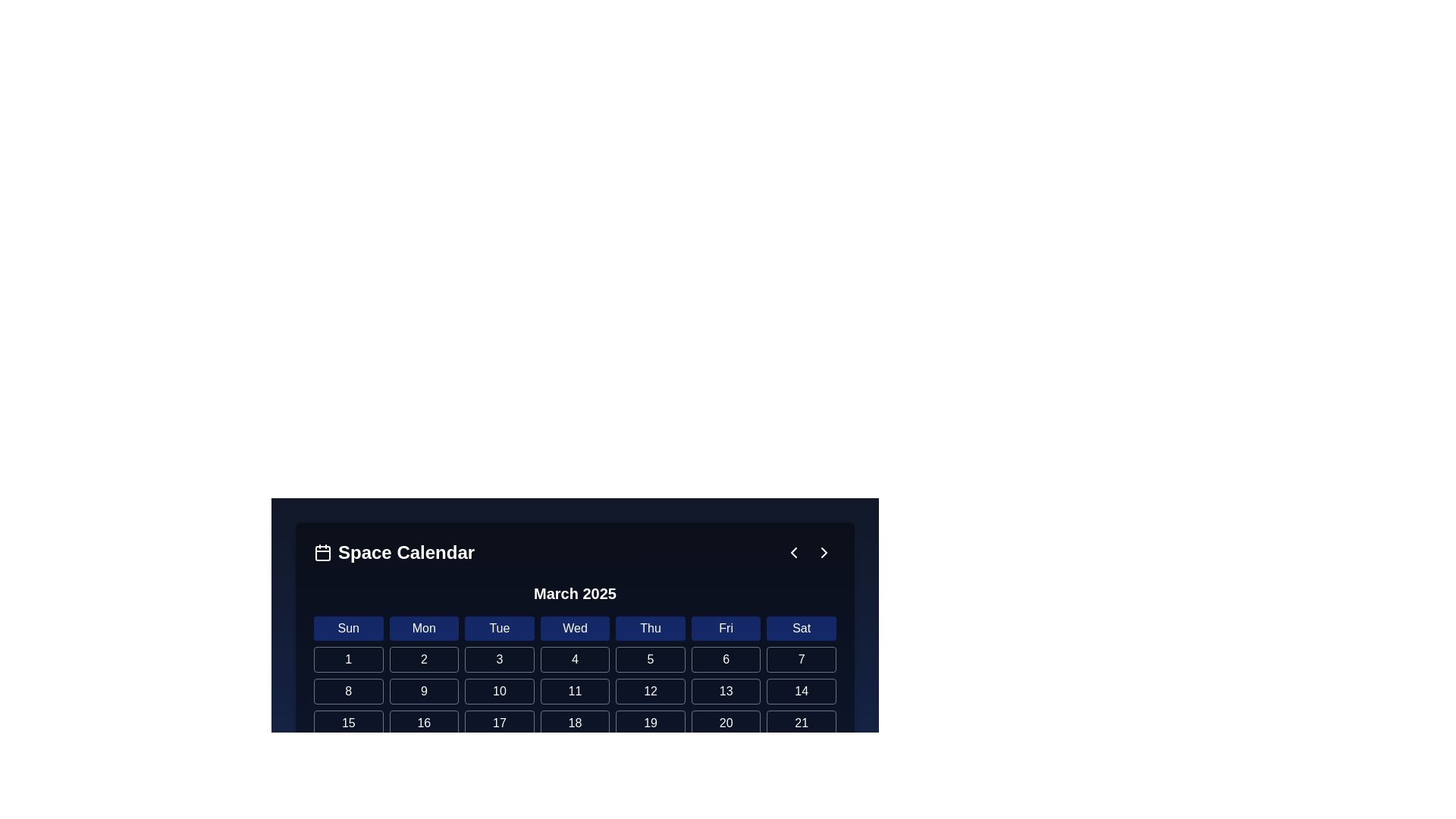 The height and width of the screenshot is (819, 1456). Describe the element at coordinates (574, 691) in the screenshot. I see `the text label representing the date March 11th, 2025 in the calendar view, located in the third row and fourth column of the grid` at that location.